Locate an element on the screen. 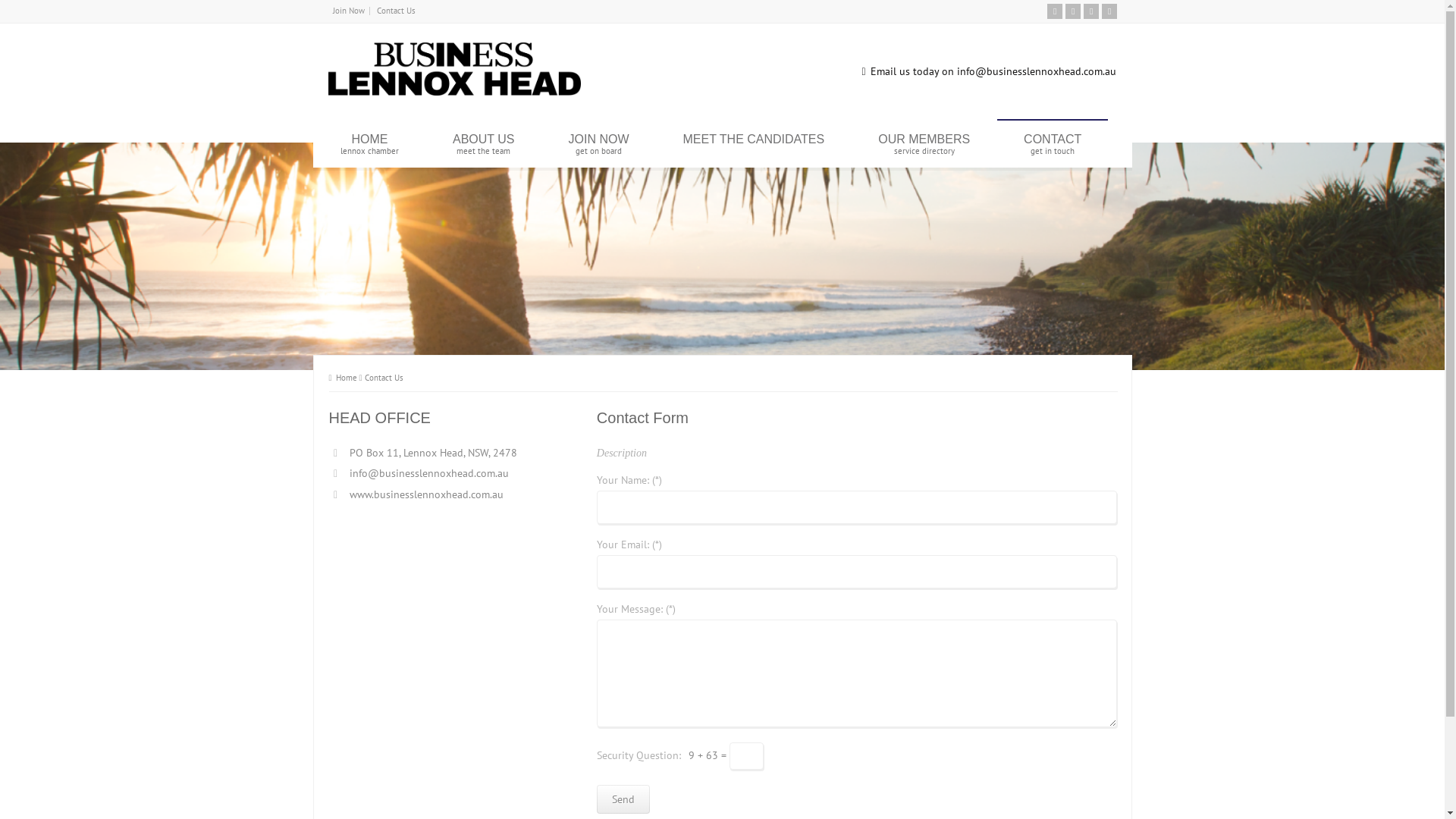  'ABOUT US is located at coordinates (483, 143).